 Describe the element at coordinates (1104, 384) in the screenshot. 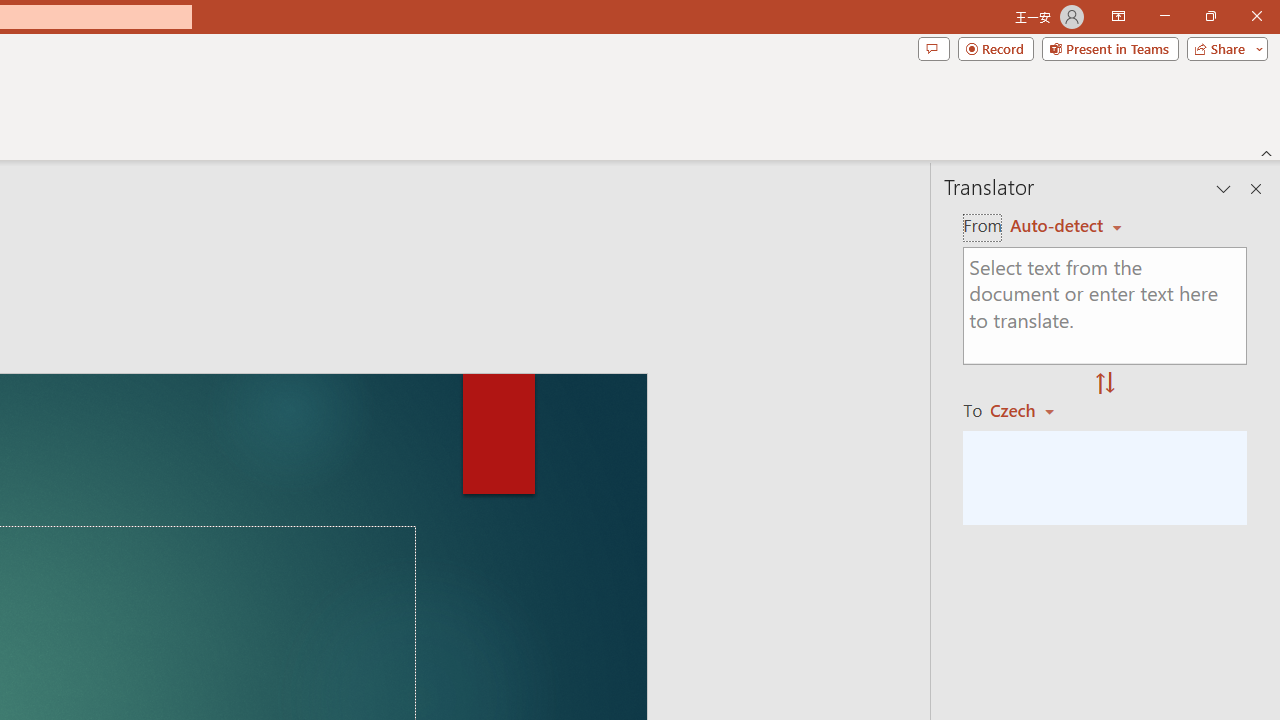

I see `'Swap "from" and "to" languages.'` at that location.